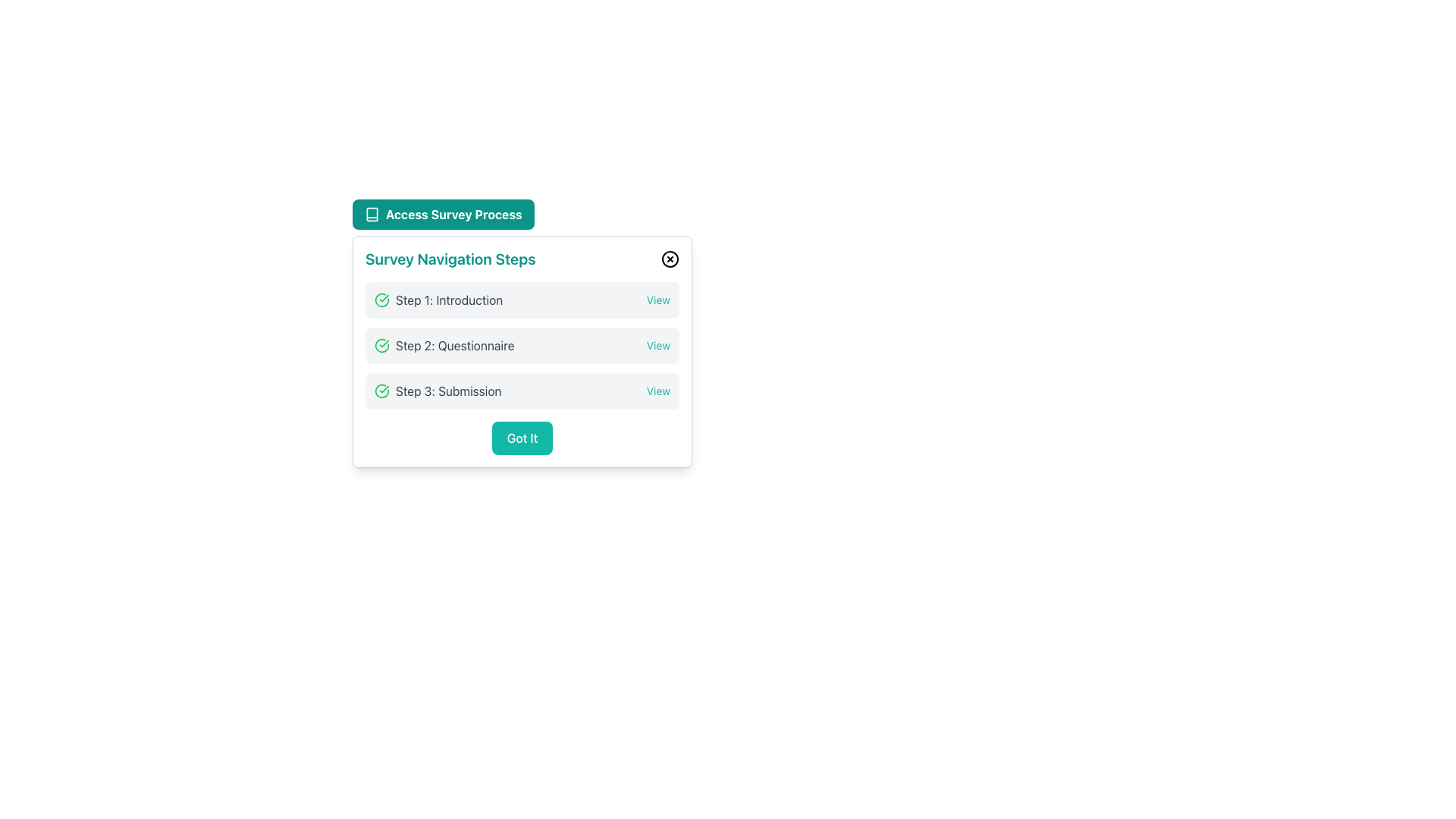 The width and height of the screenshot is (1456, 819). What do you see at coordinates (372, 214) in the screenshot?
I see `the icon located in the small green header bar labeled 'Access Survey Process', positioned to the left of the text` at bounding box center [372, 214].